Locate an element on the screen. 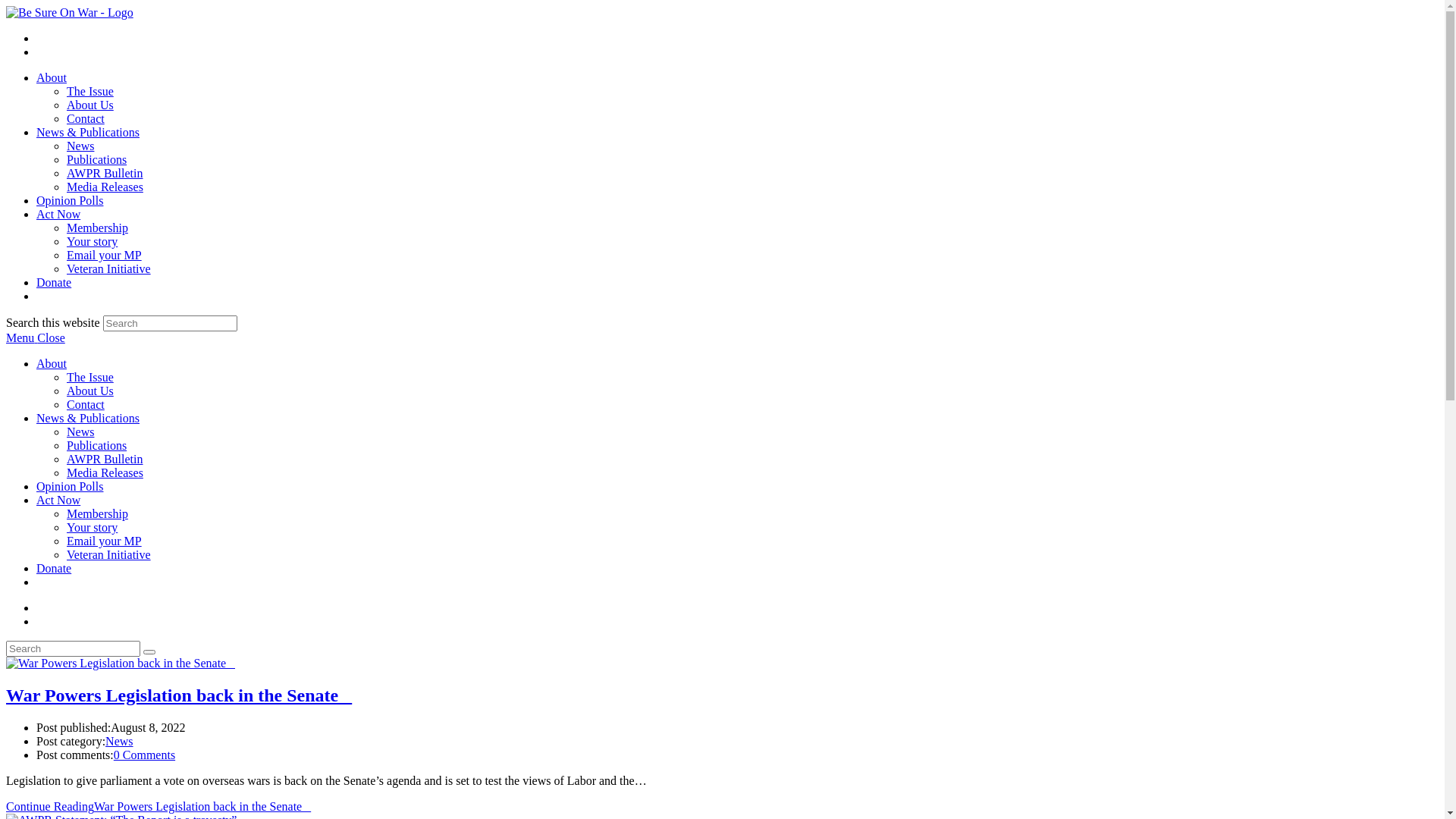  'About' is located at coordinates (51, 363).